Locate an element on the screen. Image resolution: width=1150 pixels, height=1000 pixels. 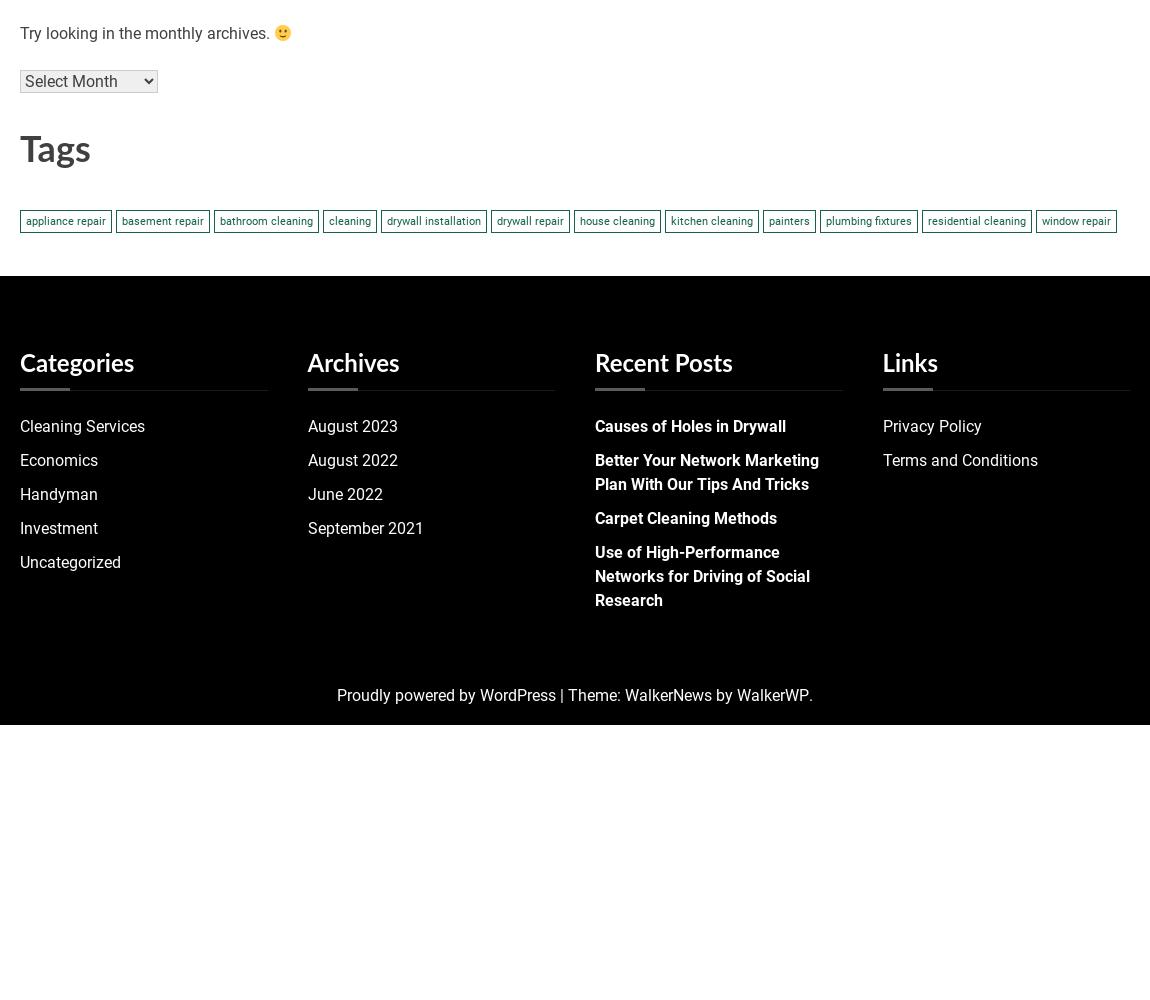
'Tags' is located at coordinates (19, 151).